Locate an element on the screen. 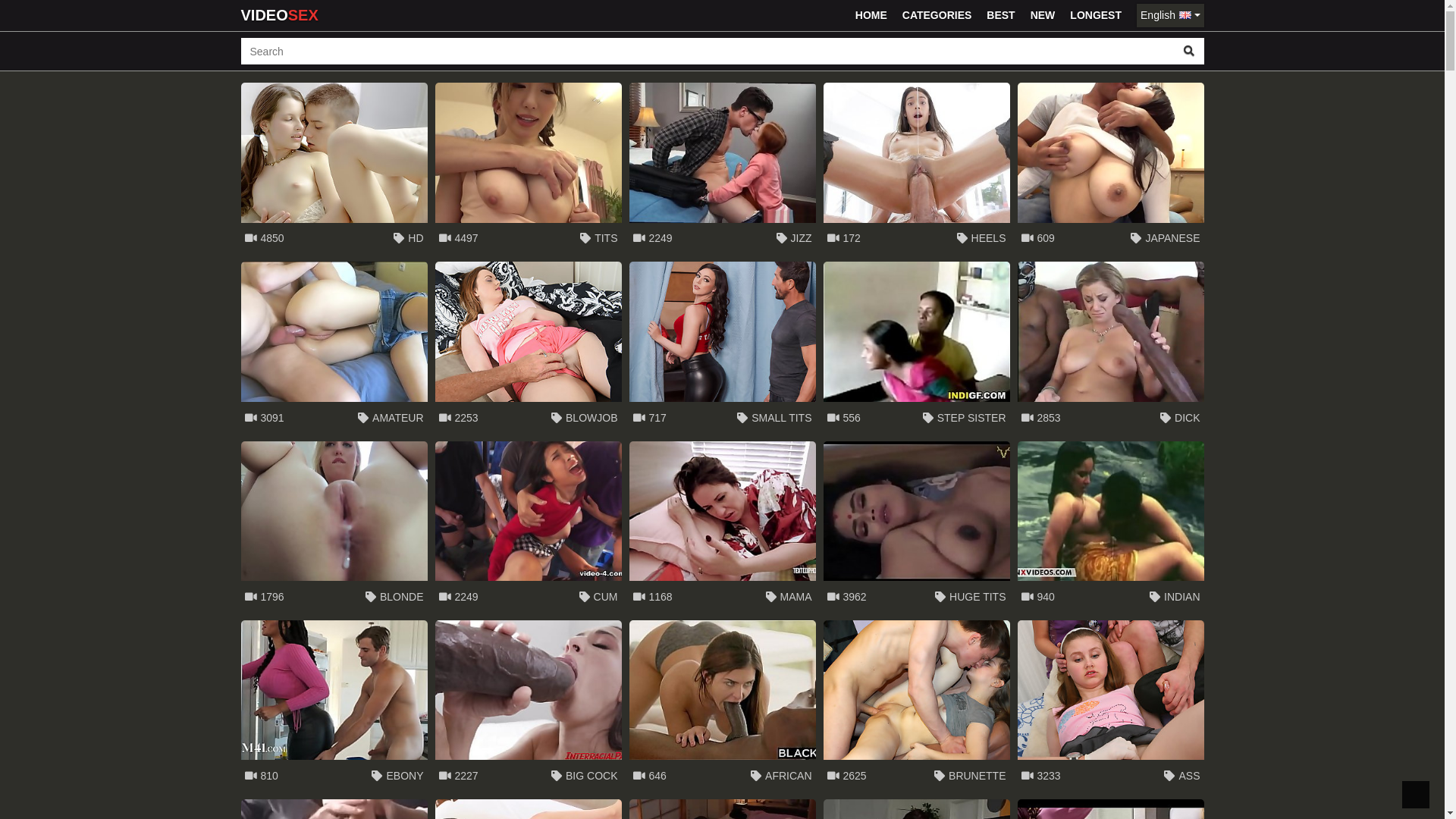 This screenshot has height=819, width=1456. '1796 is located at coordinates (334, 526).